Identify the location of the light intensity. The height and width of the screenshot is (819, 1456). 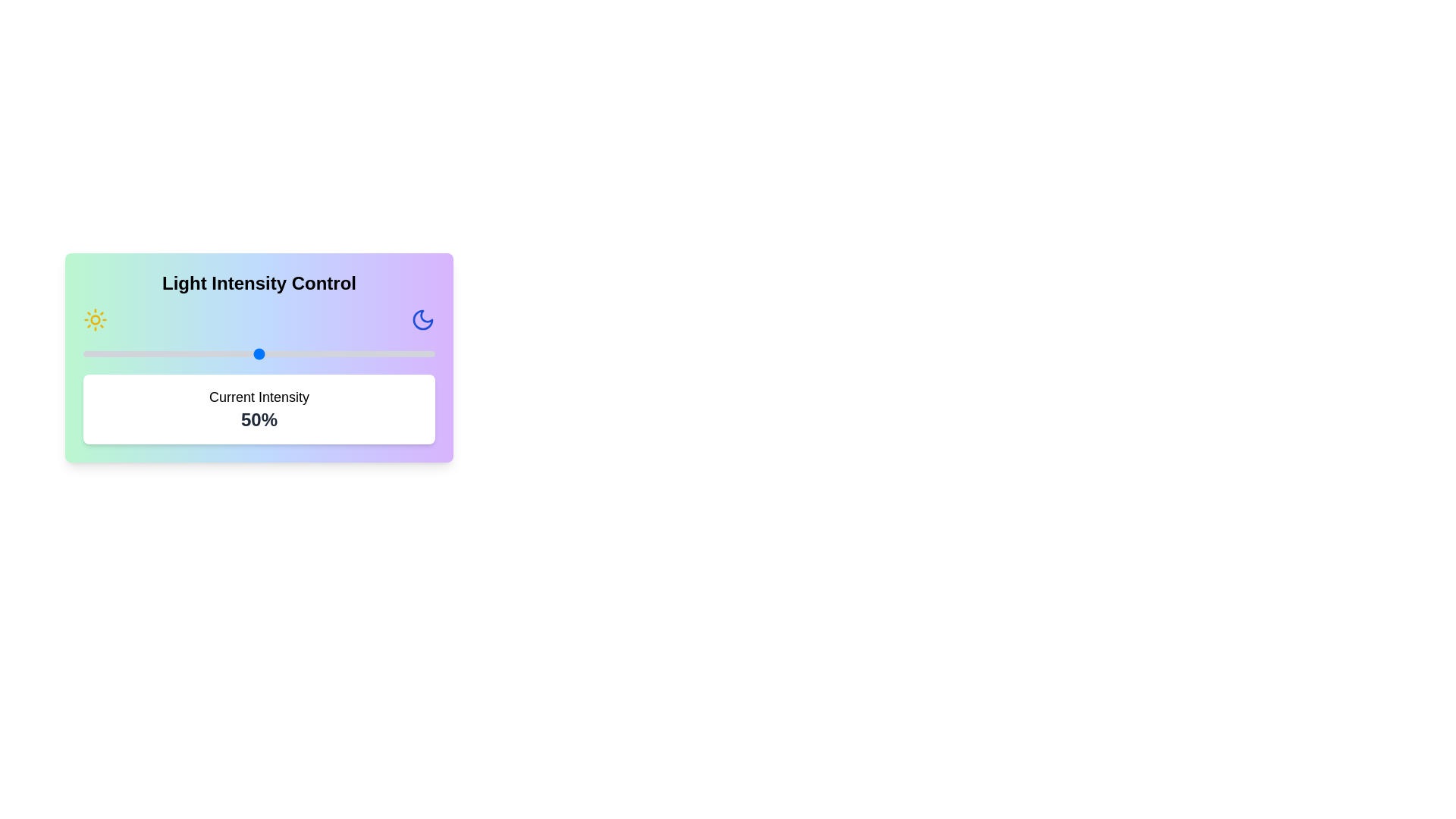
(206, 353).